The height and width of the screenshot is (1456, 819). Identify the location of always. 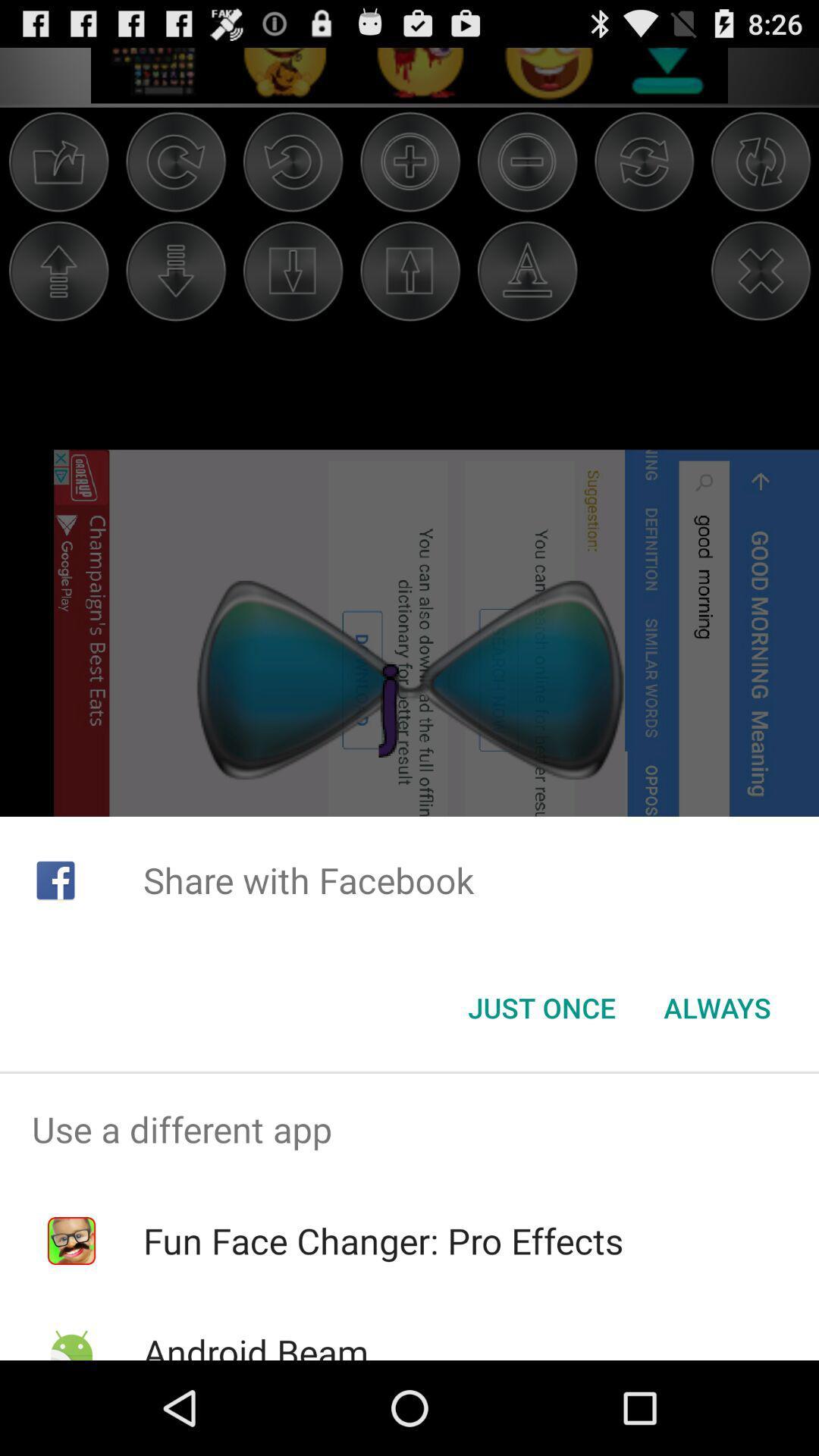
(717, 1008).